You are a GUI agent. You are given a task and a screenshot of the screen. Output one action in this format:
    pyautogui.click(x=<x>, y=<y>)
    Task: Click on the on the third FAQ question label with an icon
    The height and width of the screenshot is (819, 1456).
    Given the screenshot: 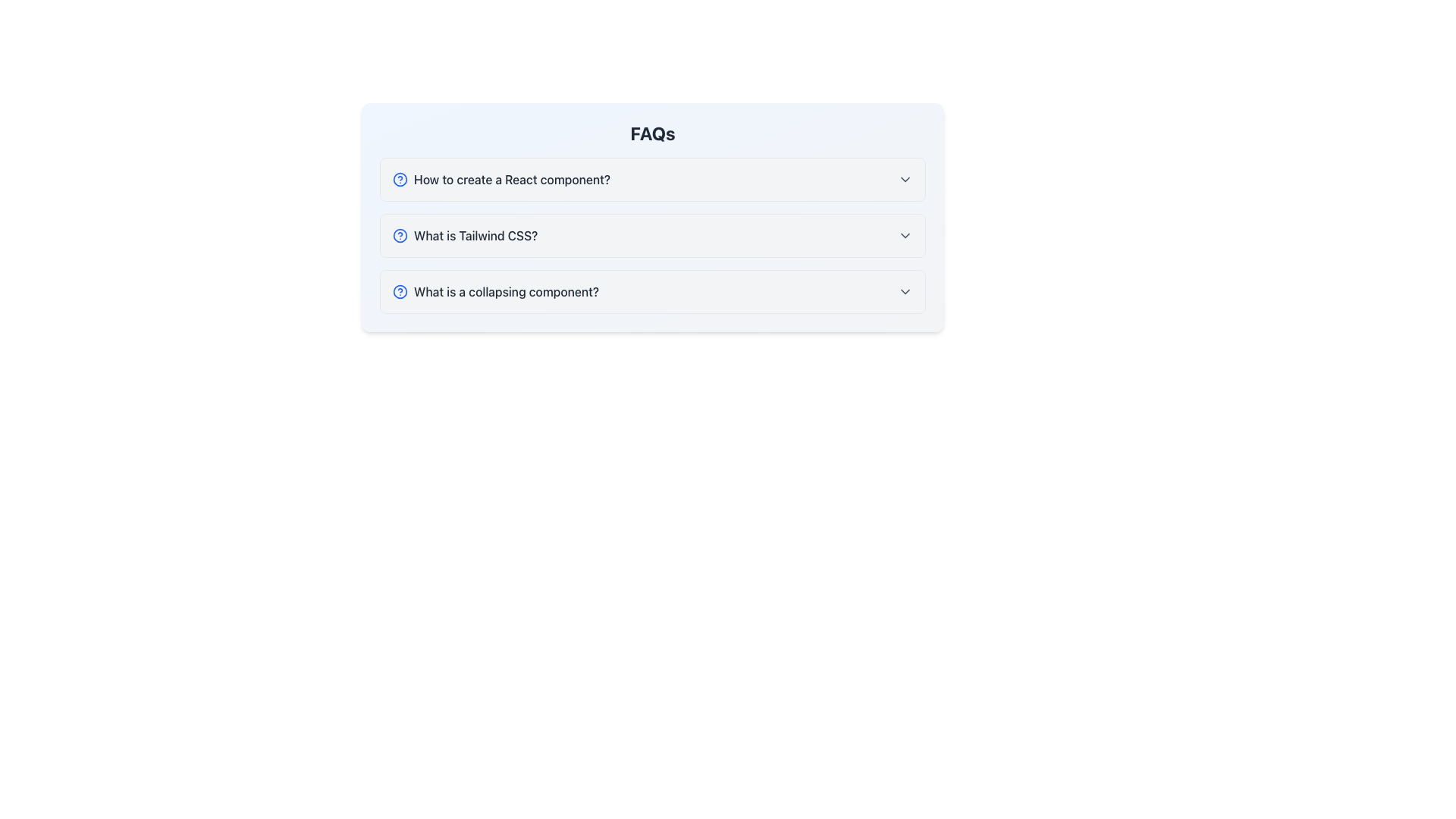 What is the action you would take?
    pyautogui.click(x=496, y=292)
    